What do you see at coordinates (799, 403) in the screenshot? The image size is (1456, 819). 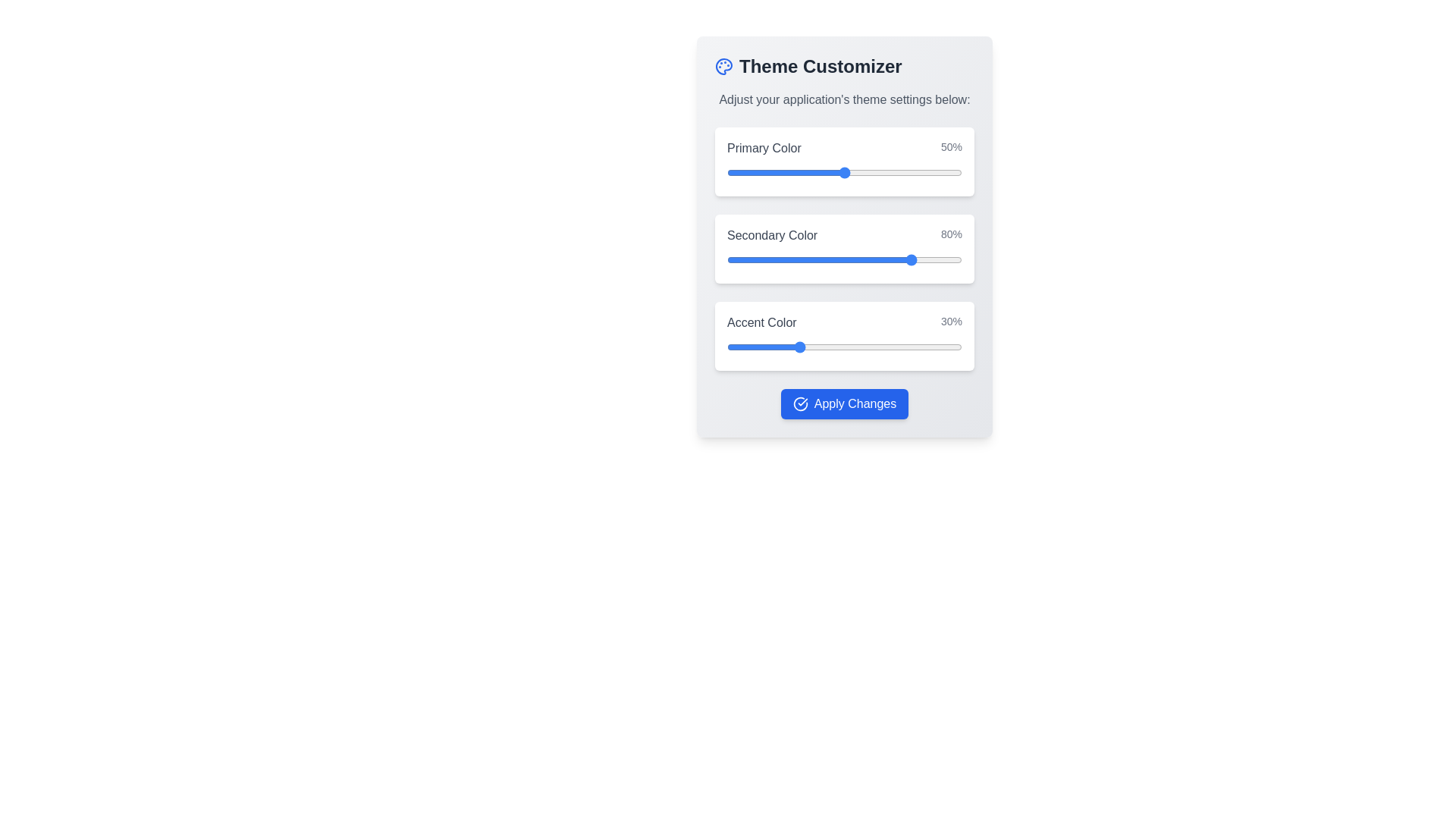 I see `the visual indicator icon located to the left of the 'Apply Changes' button in the 'Theme Customizer' section` at bounding box center [799, 403].